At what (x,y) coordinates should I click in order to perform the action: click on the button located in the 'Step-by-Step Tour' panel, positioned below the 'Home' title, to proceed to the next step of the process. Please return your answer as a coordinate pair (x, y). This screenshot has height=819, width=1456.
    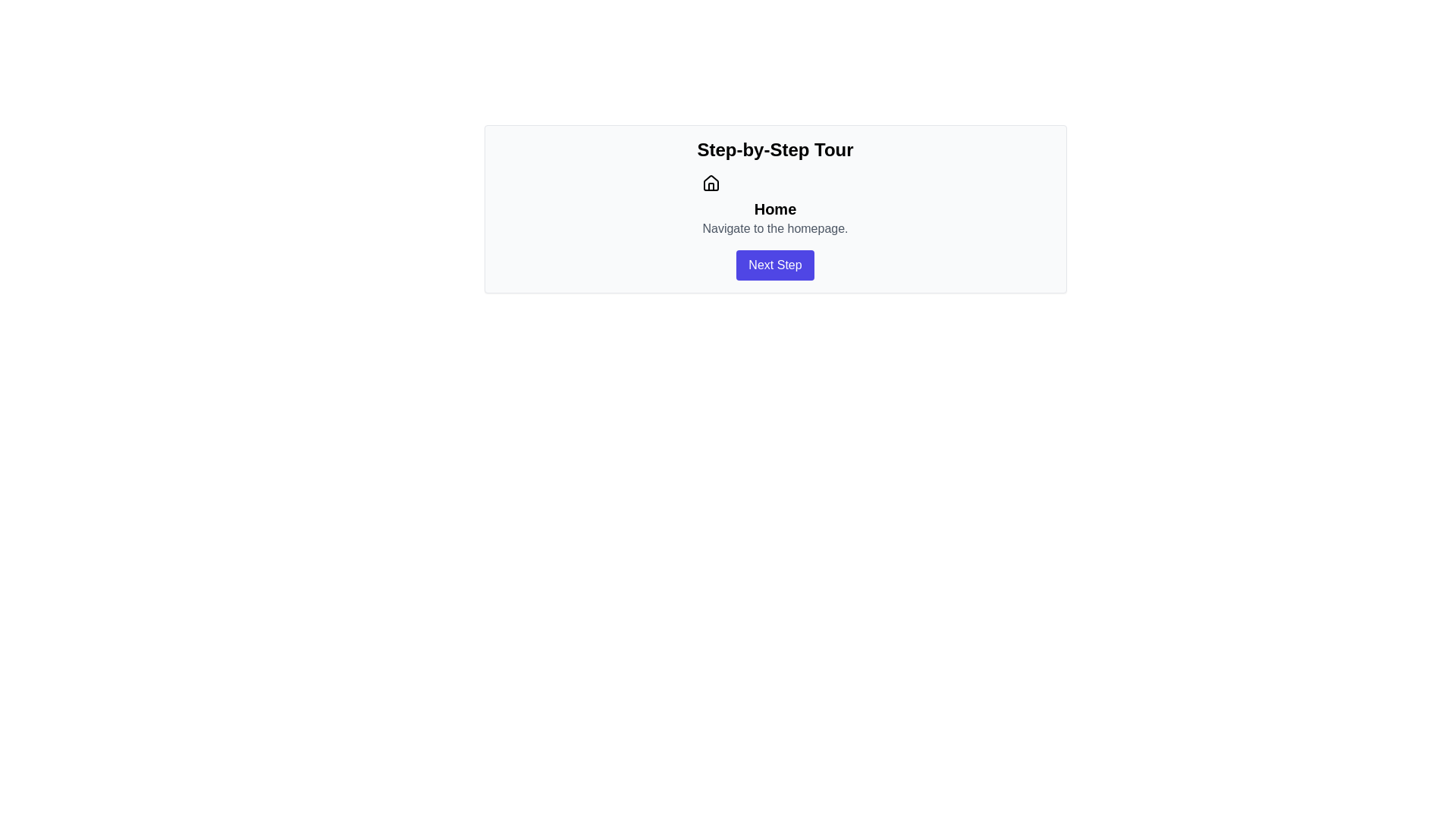
    Looking at the image, I should click on (775, 265).